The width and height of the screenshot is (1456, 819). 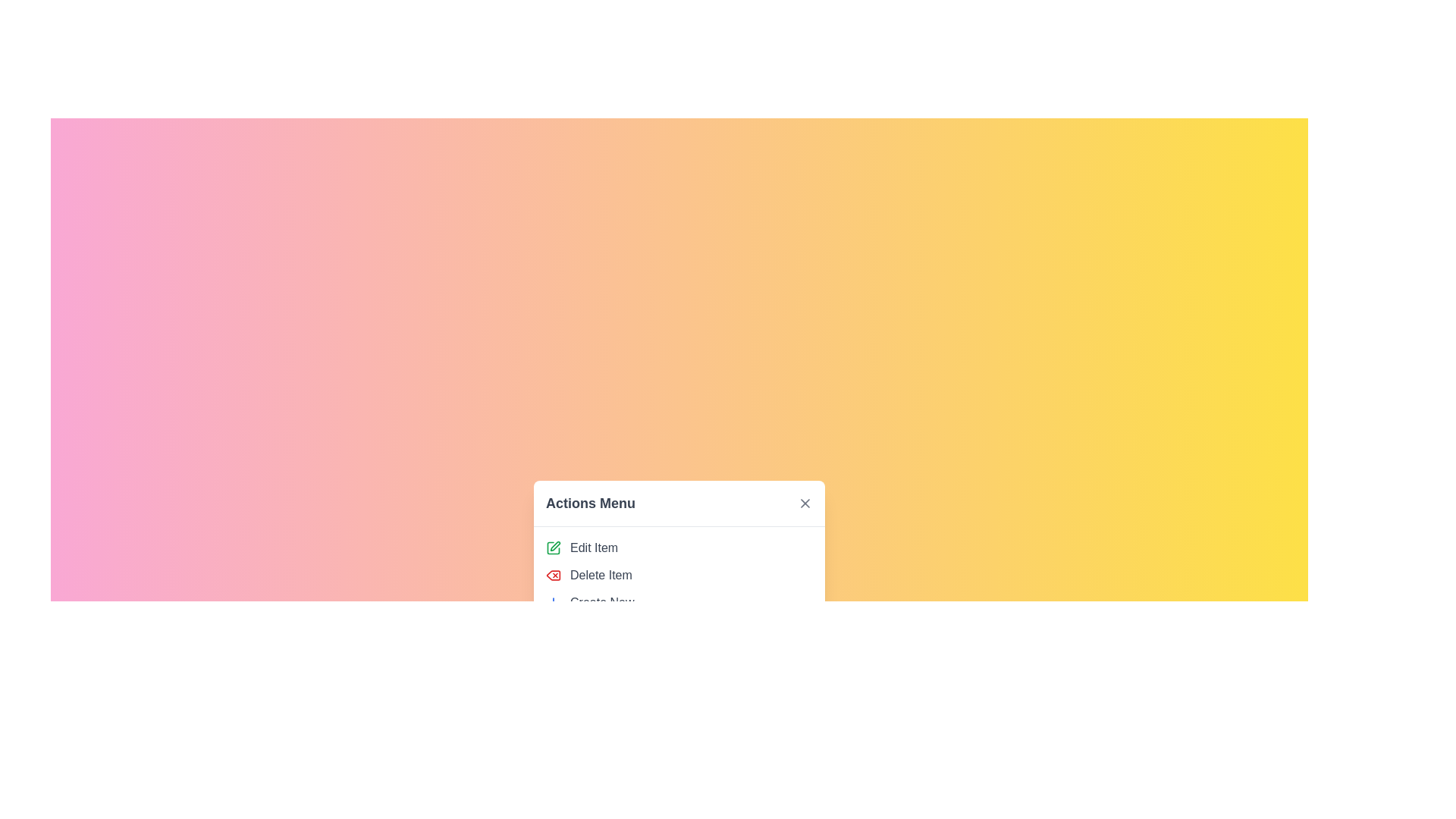 What do you see at coordinates (552, 548) in the screenshot?
I see `the 'Edit' action icon located in the upper-left area of the 'Actions Menu' dropdown, immediately to the left of the text 'Edit Item'` at bounding box center [552, 548].